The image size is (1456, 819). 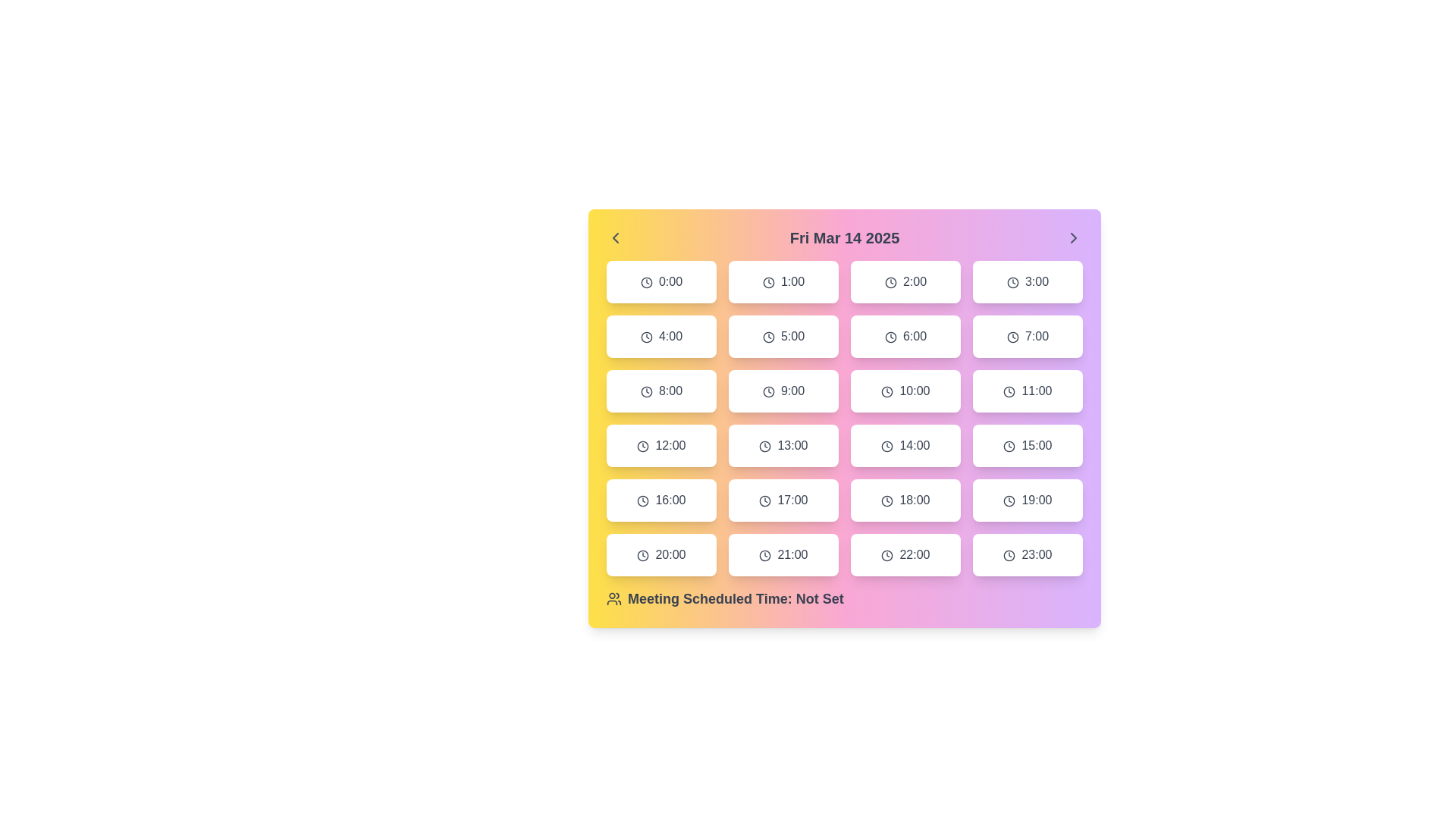 What do you see at coordinates (905, 281) in the screenshot?
I see `the time selection button located in the first row and third column of the grid layout to observe the scaling effect` at bounding box center [905, 281].